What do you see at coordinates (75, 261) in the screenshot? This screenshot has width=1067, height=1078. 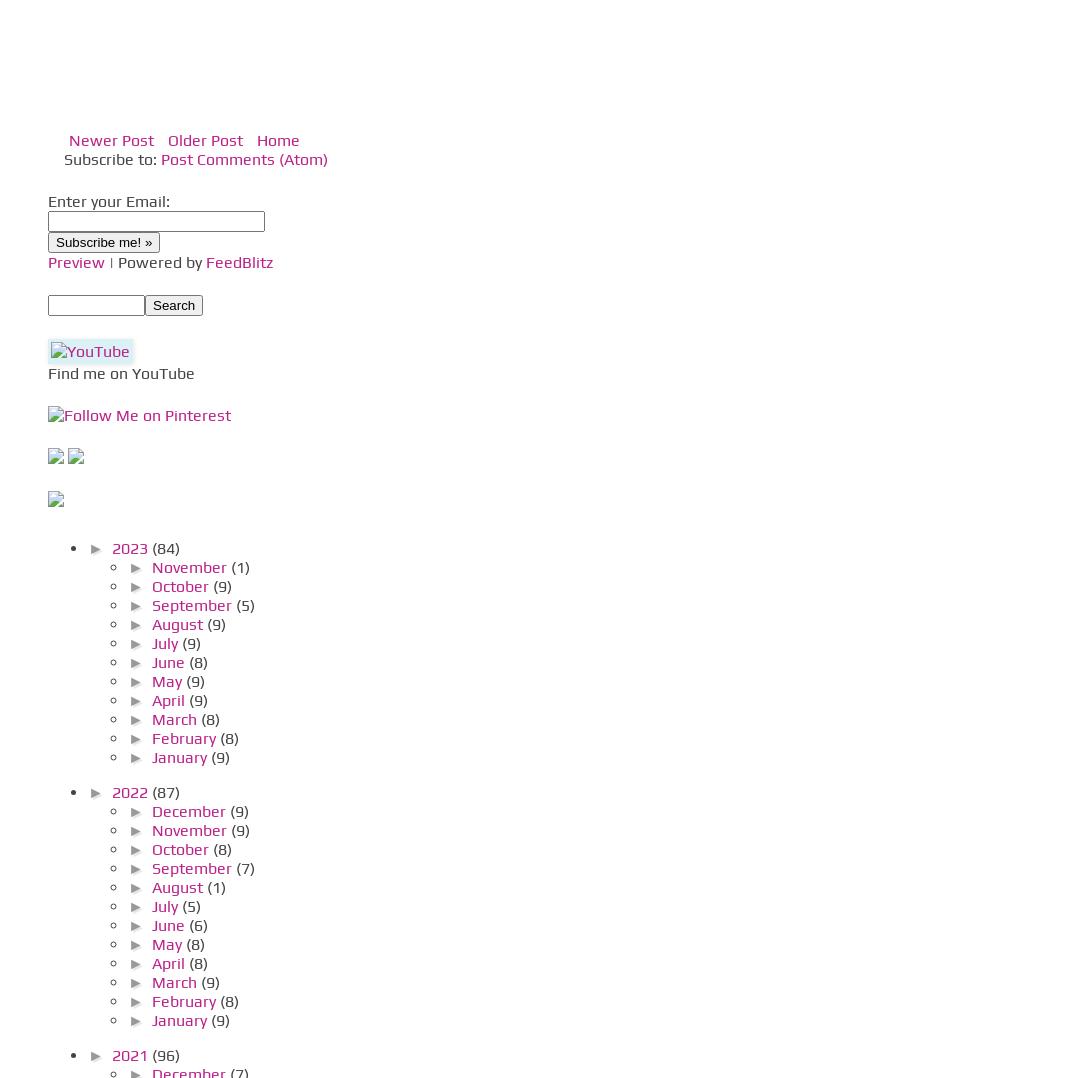 I see `'Preview'` at bounding box center [75, 261].